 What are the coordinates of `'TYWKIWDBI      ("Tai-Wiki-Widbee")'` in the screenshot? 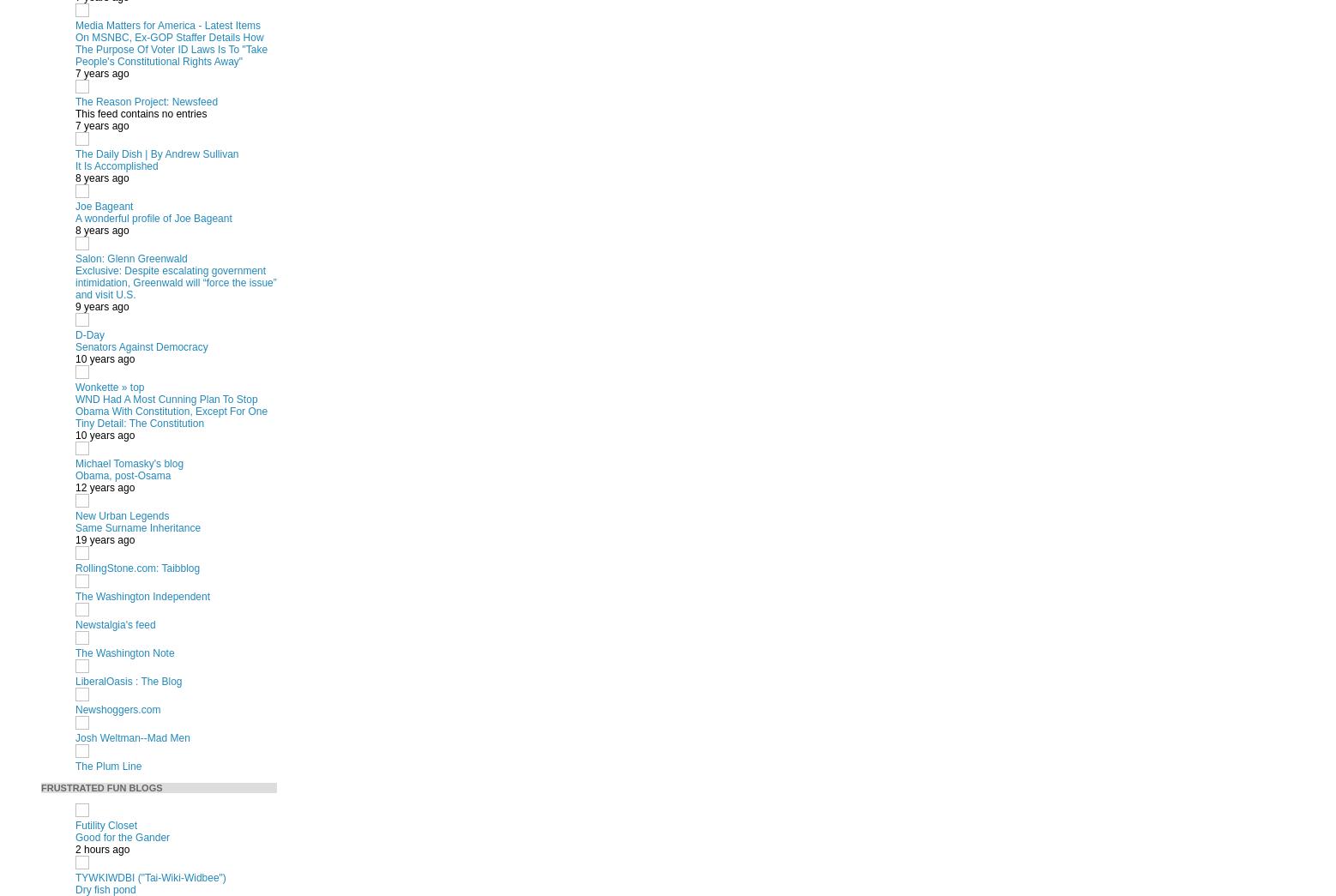 It's located at (75, 876).